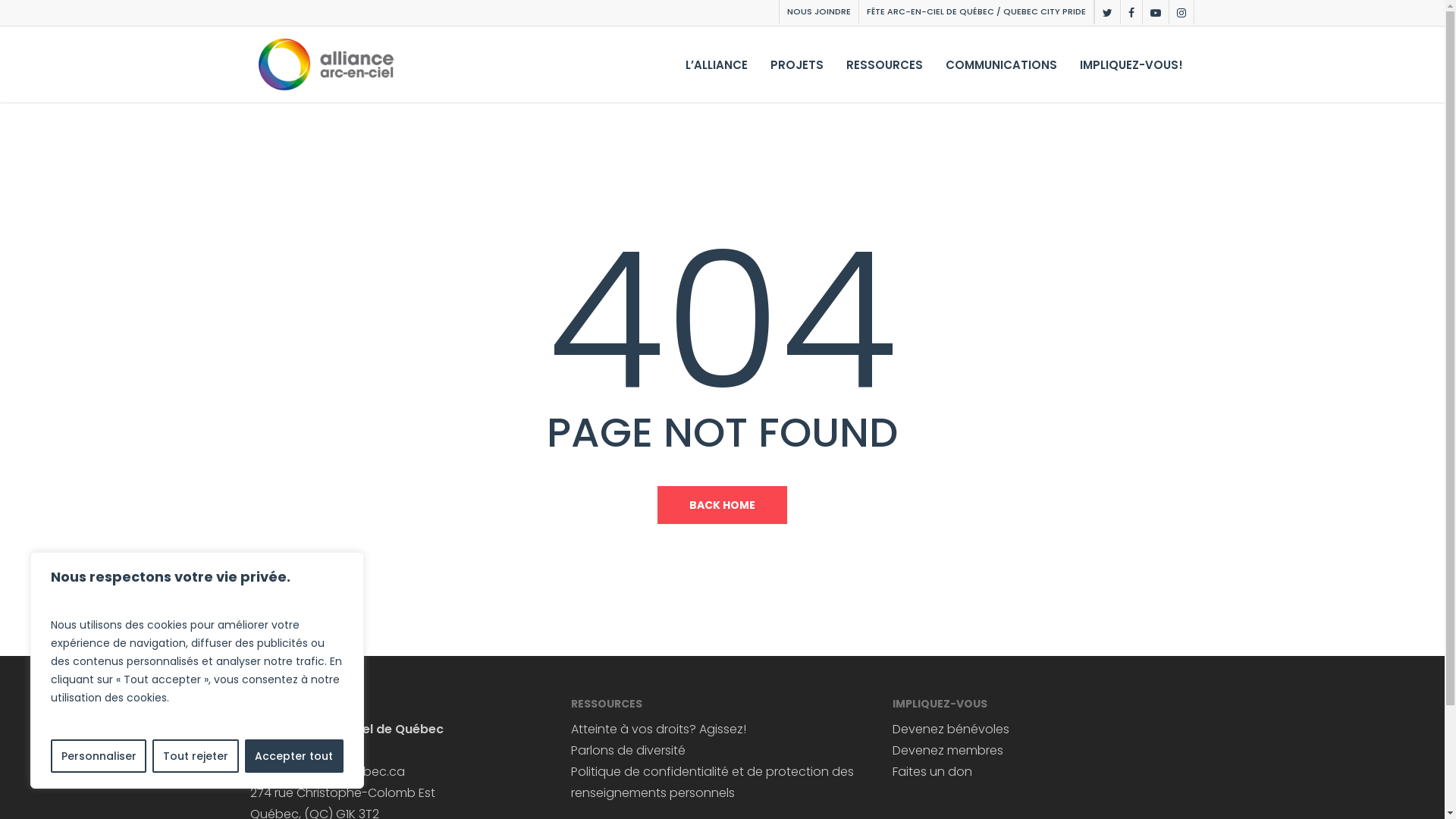 This screenshot has height=819, width=1456. Describe the element at coordinates (327, 771) in the screenshot. I see `'info@arcencielquebec.ca'` at that location.